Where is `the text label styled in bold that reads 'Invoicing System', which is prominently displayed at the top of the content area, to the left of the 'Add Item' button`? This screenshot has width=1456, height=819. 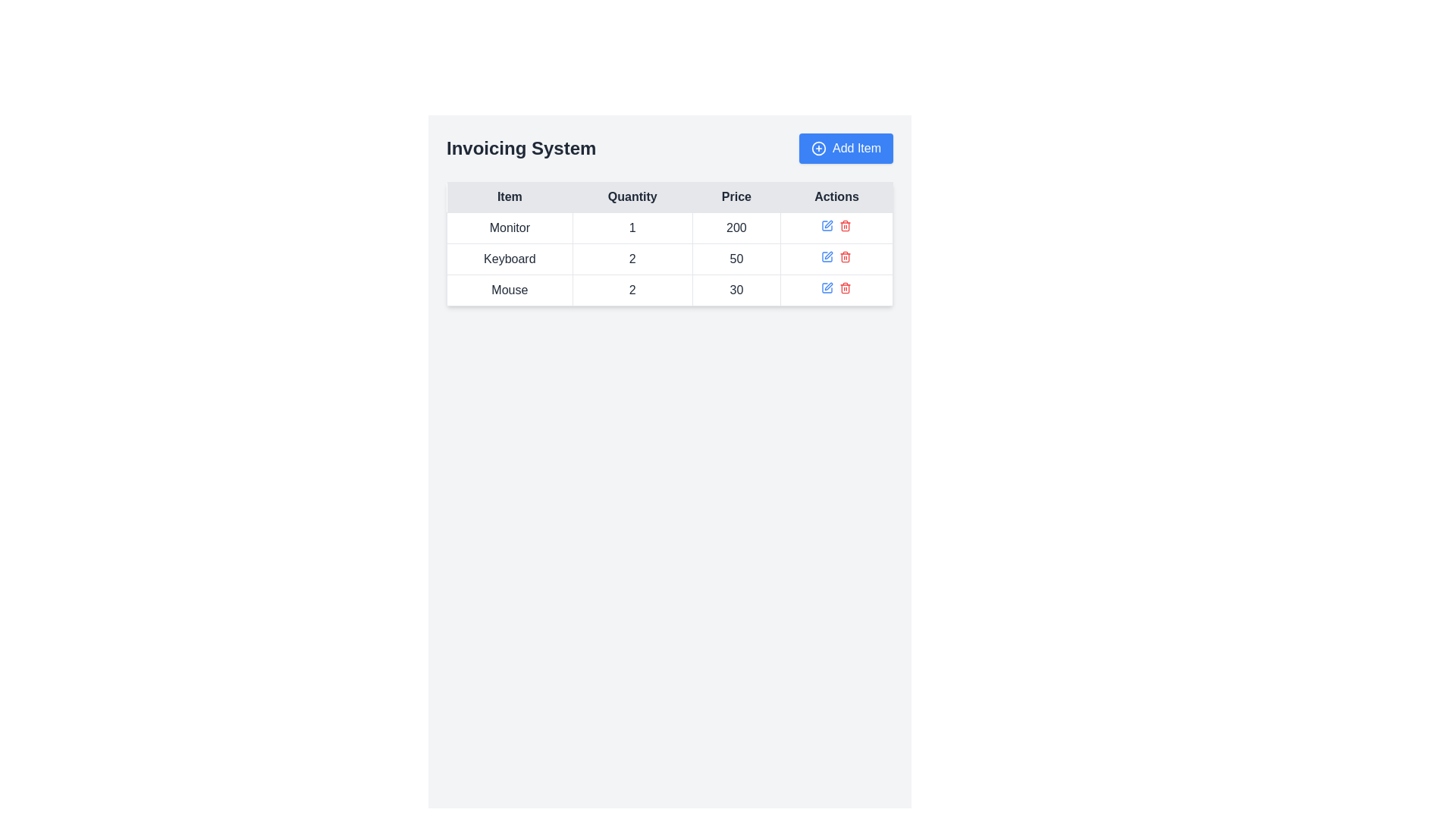
the text label styled in bold that reads 'Invoicing System', which is prominently displayed at the top of the content area, to the left of the 'Add Item' button is located at coordinates (521, 149).